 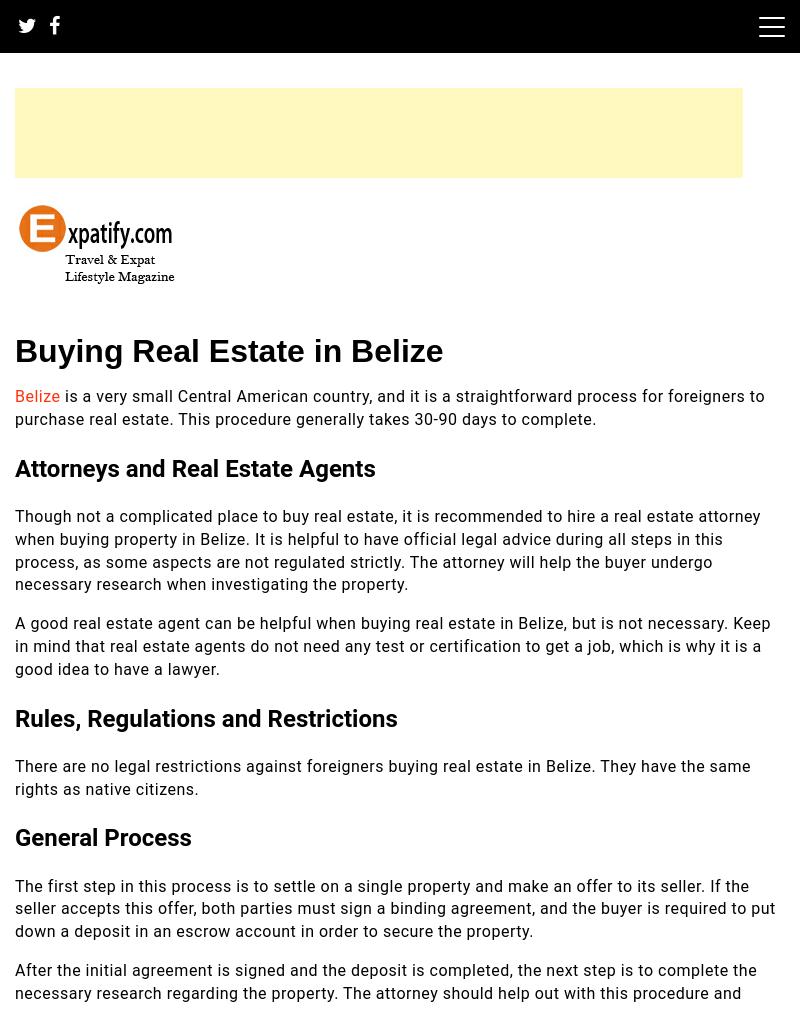 What do you see at coordinates (14, 645) in the screenshot?
I see `'A good real estate agent can be helpful when buying real estate in Belize, but is not necessary. Keep in mind that real estate agents do not need any test or certification to get a job, which is why it is a good idea to have a lawyer.'` at bounding box center [14, 645].